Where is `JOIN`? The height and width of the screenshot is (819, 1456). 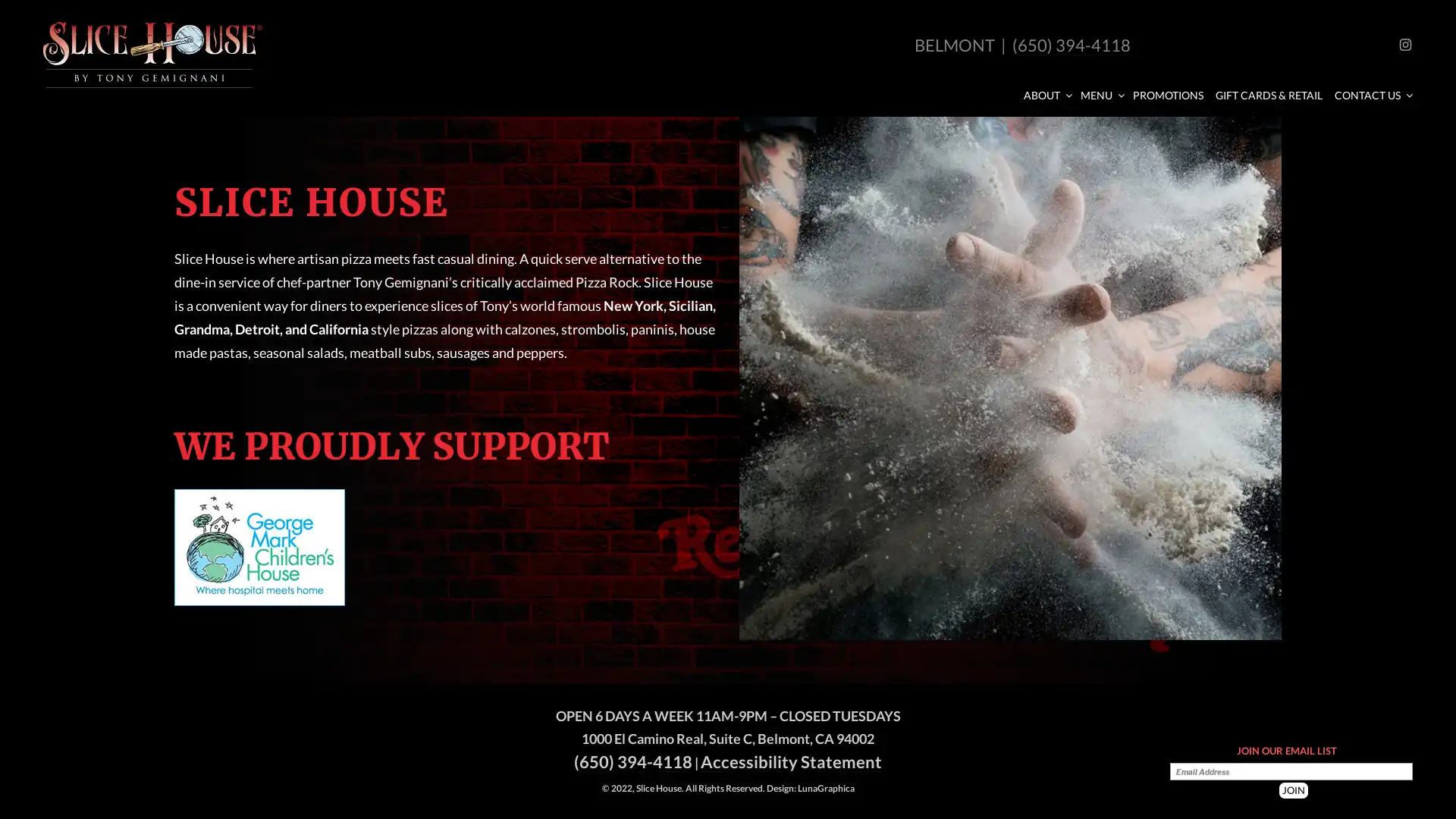
JOIN is located at coordinates (1292, 789).